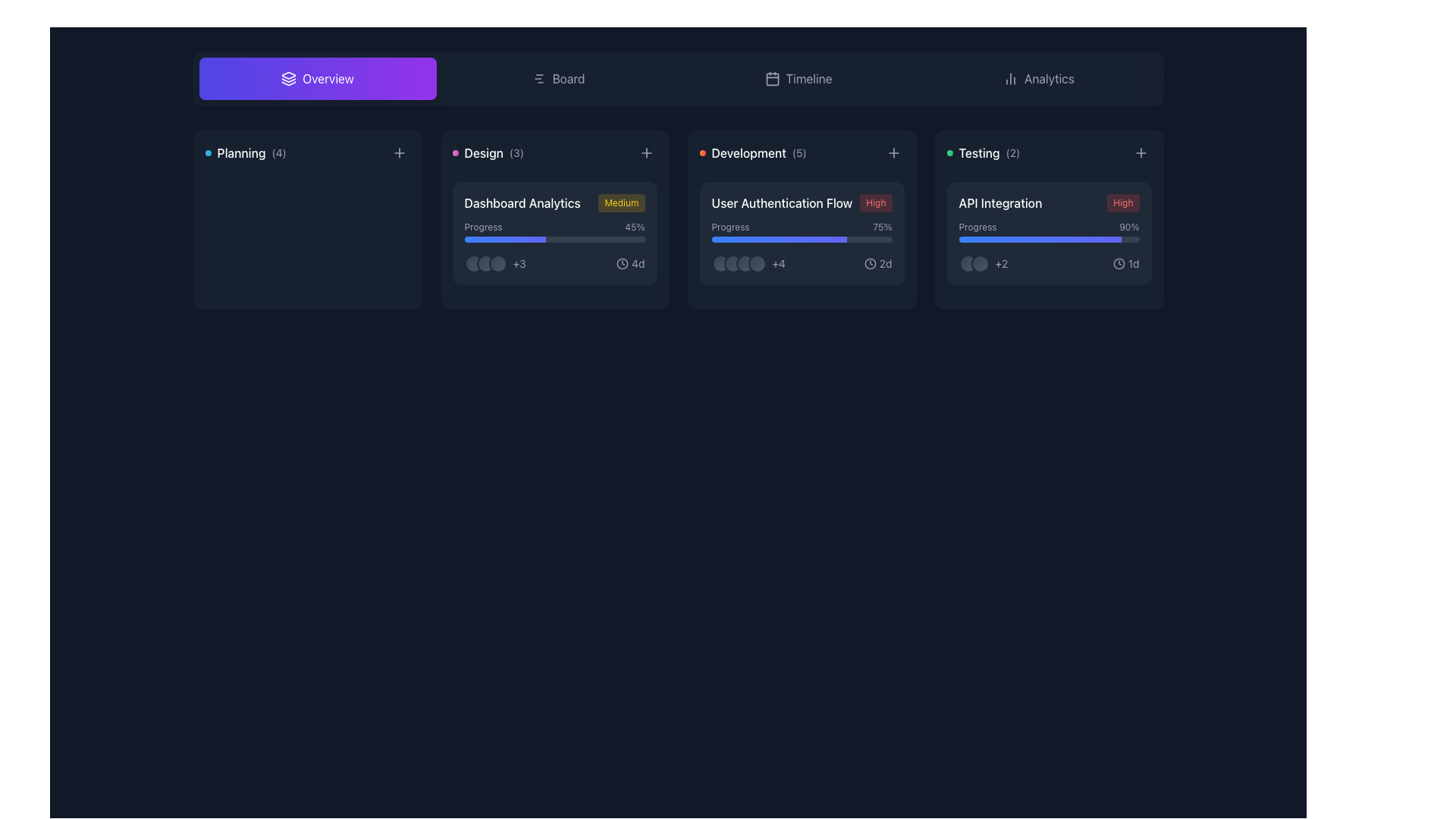  What do you see at coordinates (757, 262) in the screenshot?
I see `the decorative circular component located within the 'Development' card, which is the fourth circle in a series of four, positioned at the bottom-left area of the card near the label '+4'` at bounding box center [757, 262].